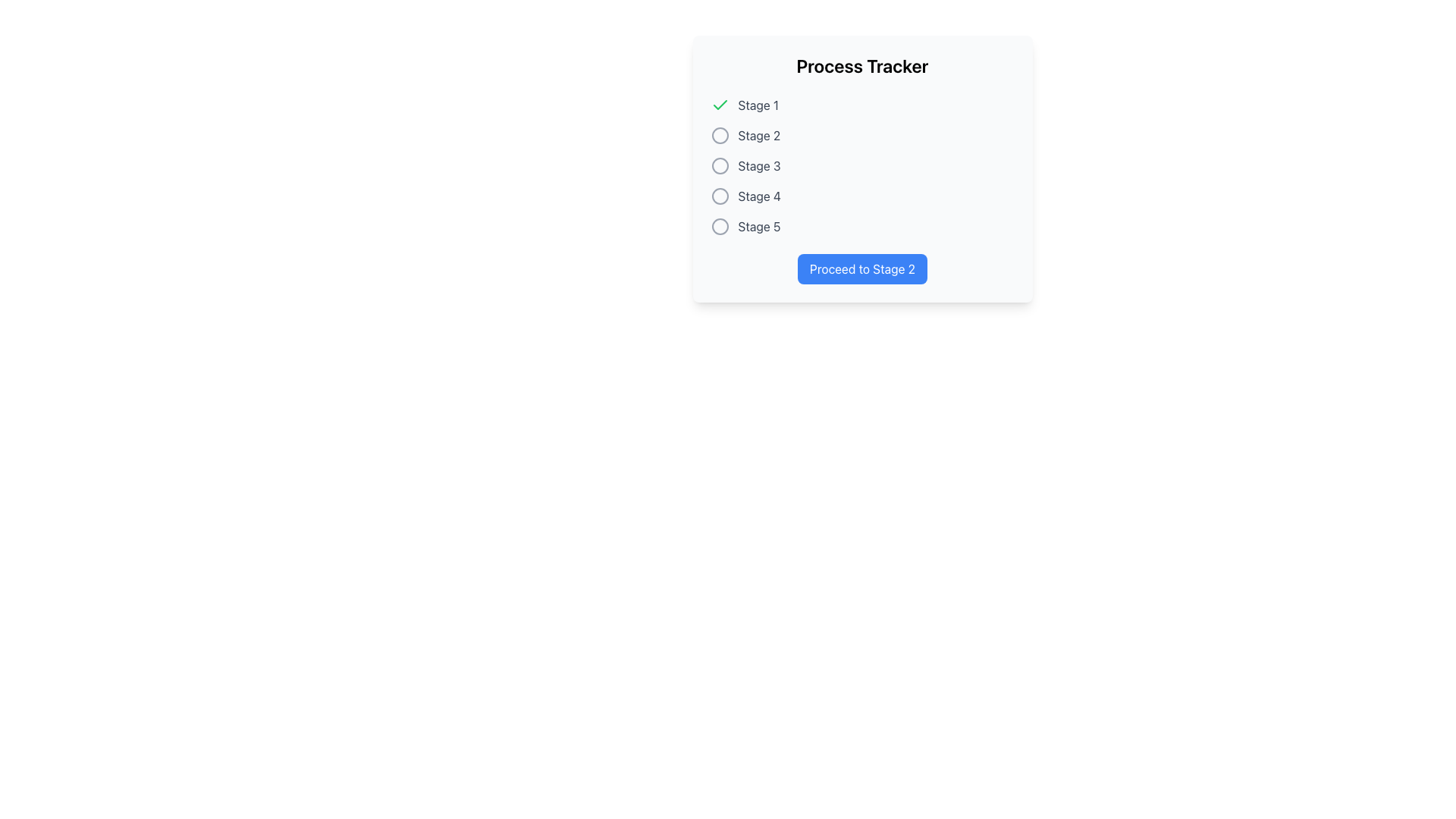 The width and height of the screenshot is (1456, 819). What do you see at coordinates (745, 195) in the screenshot?
I see `the 'Stage 4' text label, which is styled in gray and indicates a specific stage in the Process Tracker dialog, located in the fourth row of the list` at bounding box center [745, 195].